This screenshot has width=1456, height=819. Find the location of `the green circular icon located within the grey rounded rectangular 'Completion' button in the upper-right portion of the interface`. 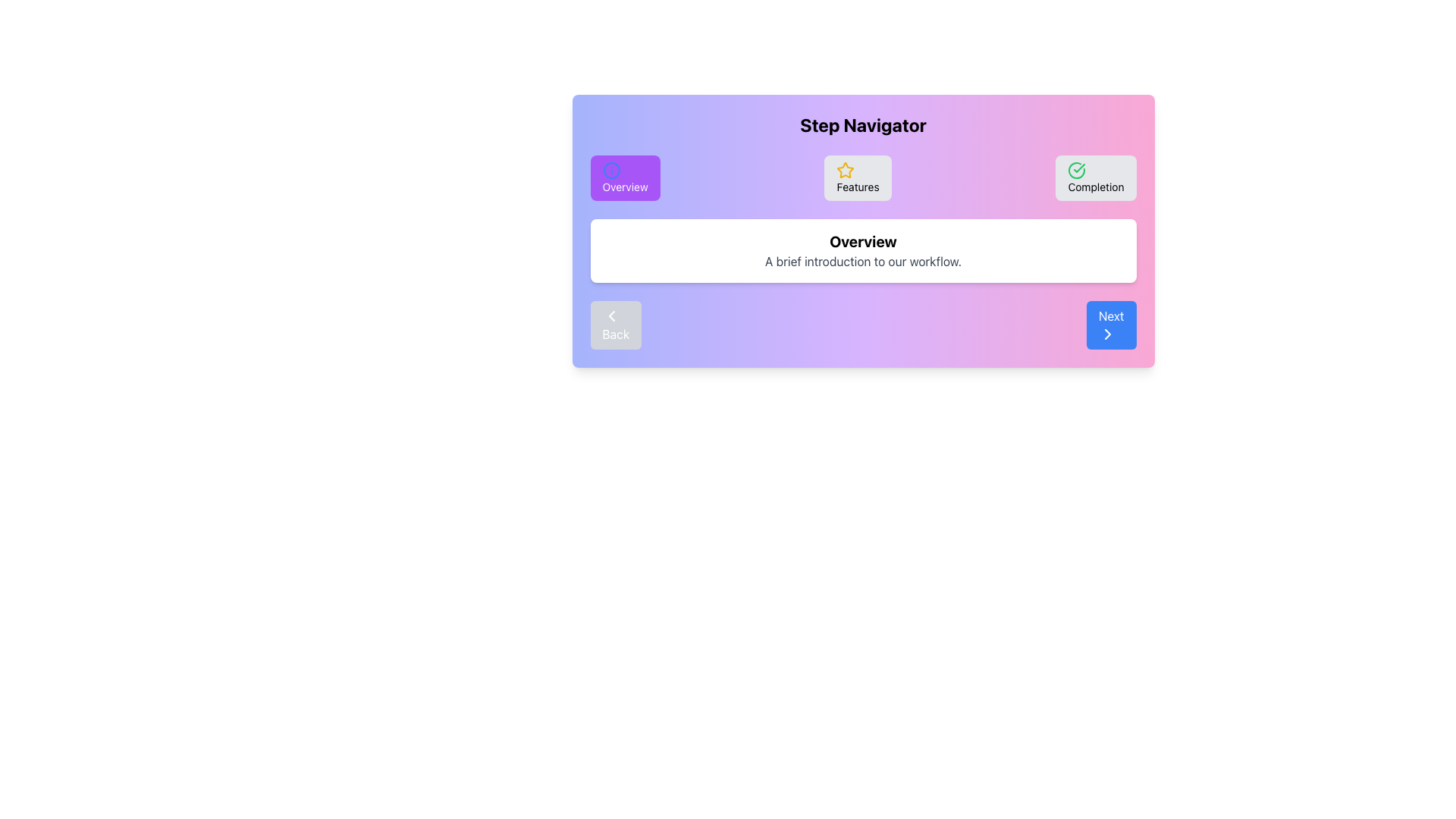

the green circular icon located within the grey rounded rectangular 'Completion' button in the upper-right portion of the interface is located at coordinates (1076, 170).